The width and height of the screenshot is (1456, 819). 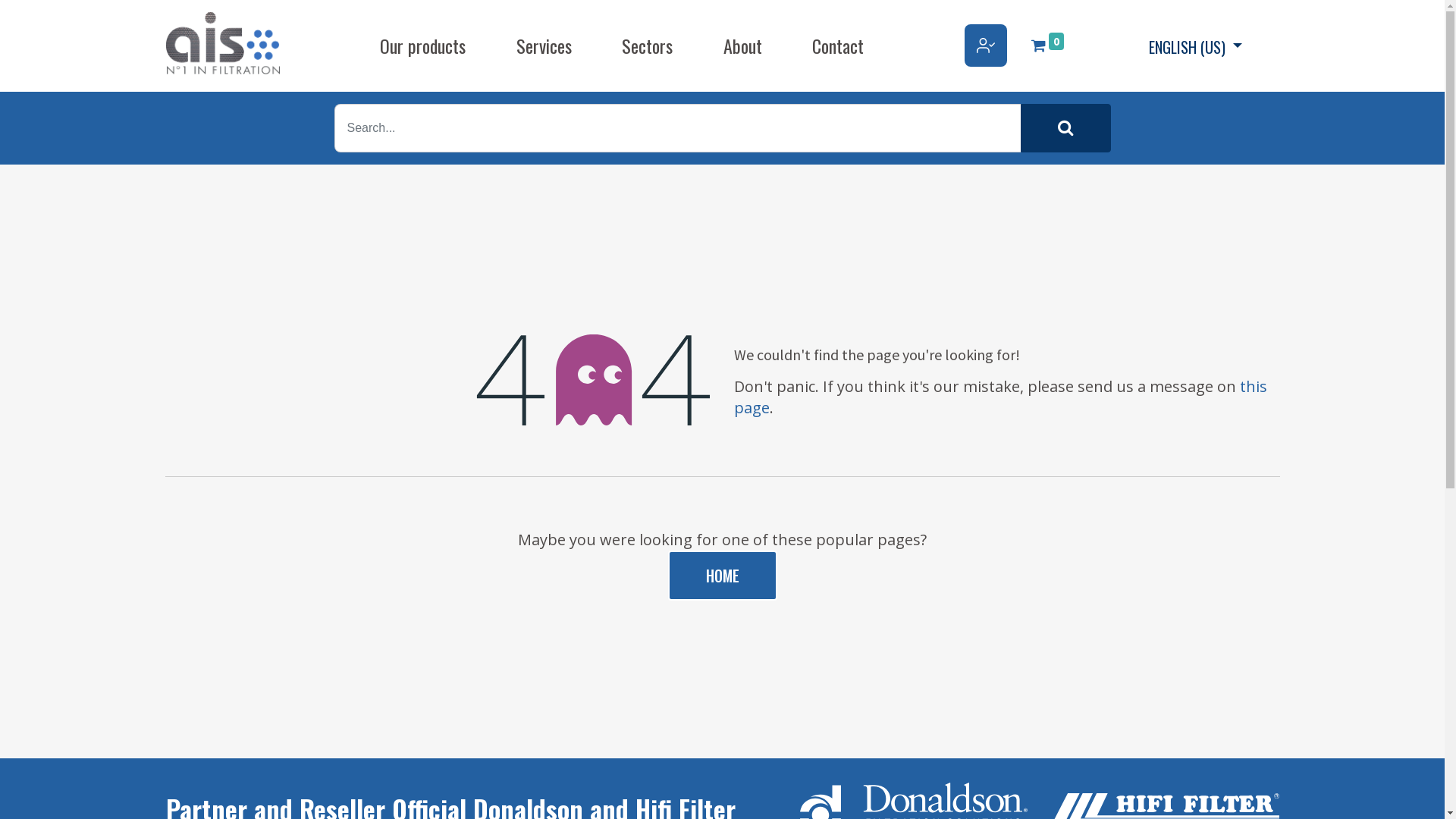 I want to click on 'ENGLISH (US)', so click(x=1194, y=45).